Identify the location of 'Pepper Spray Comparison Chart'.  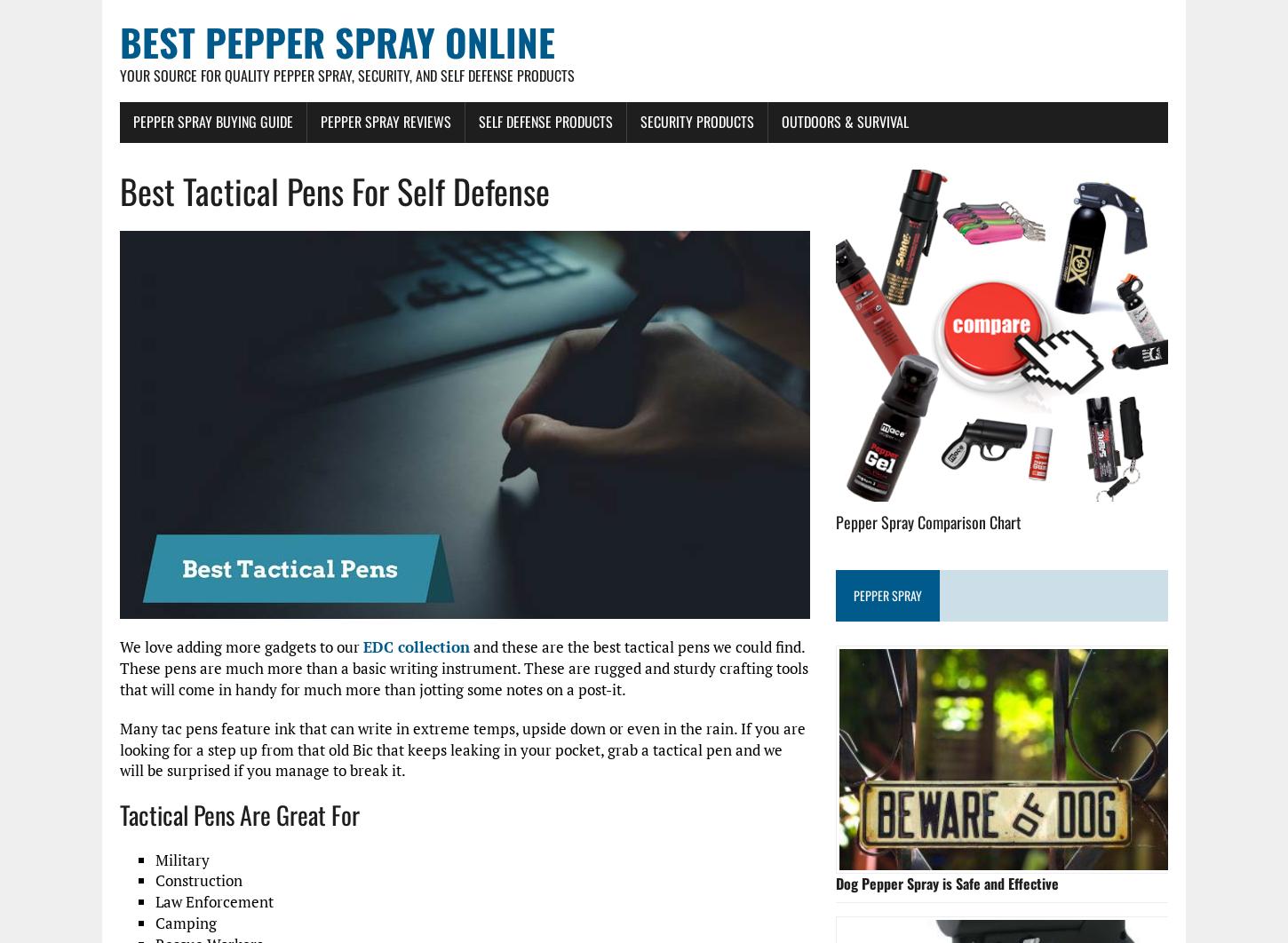
(928, 520).